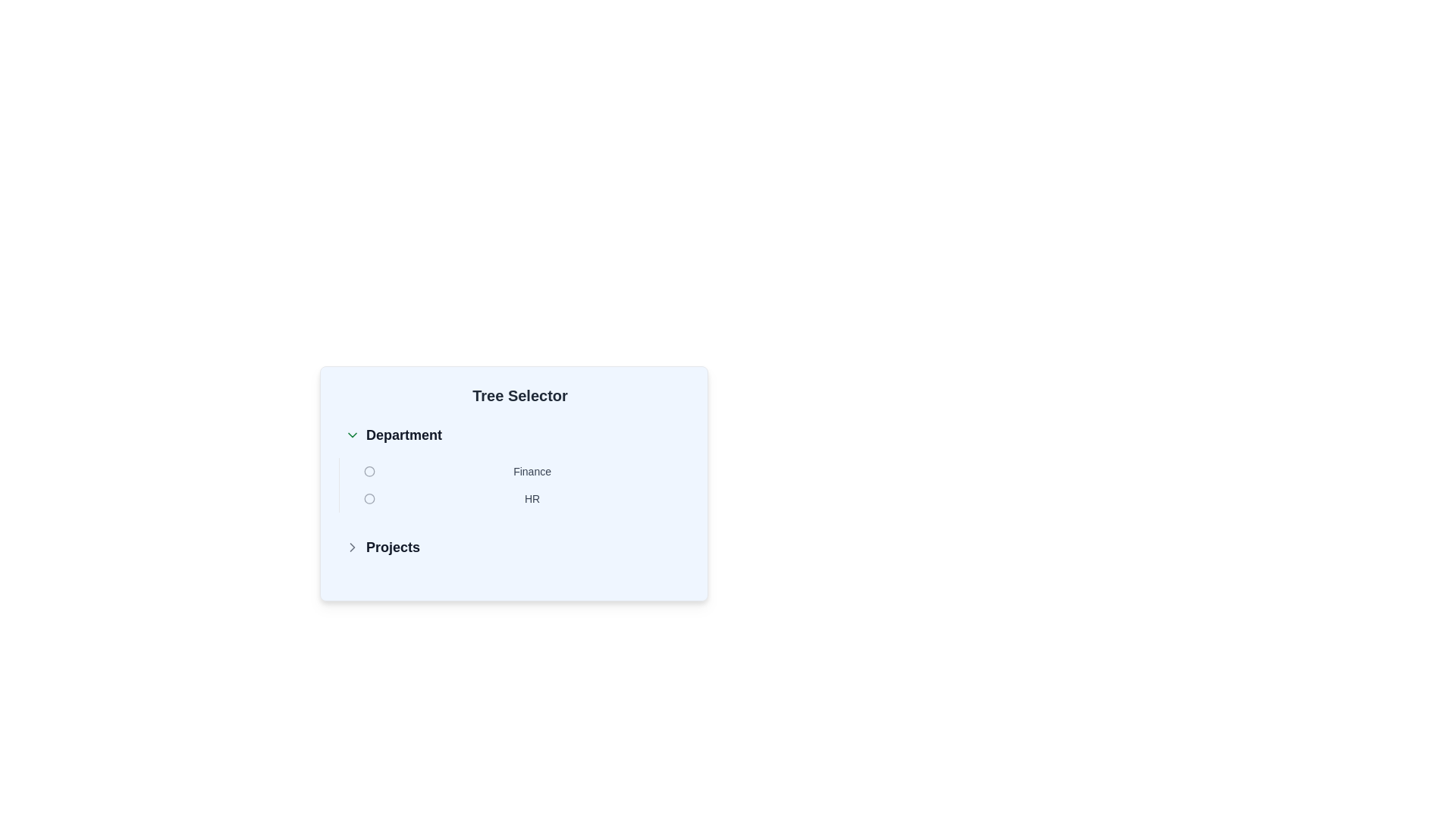 The width and height of the screenshot is (1456, 819). Describe the element at coordinates (523, 470) in the screenshot. I see `the 'Finance' category option in the selection menu` at that location.